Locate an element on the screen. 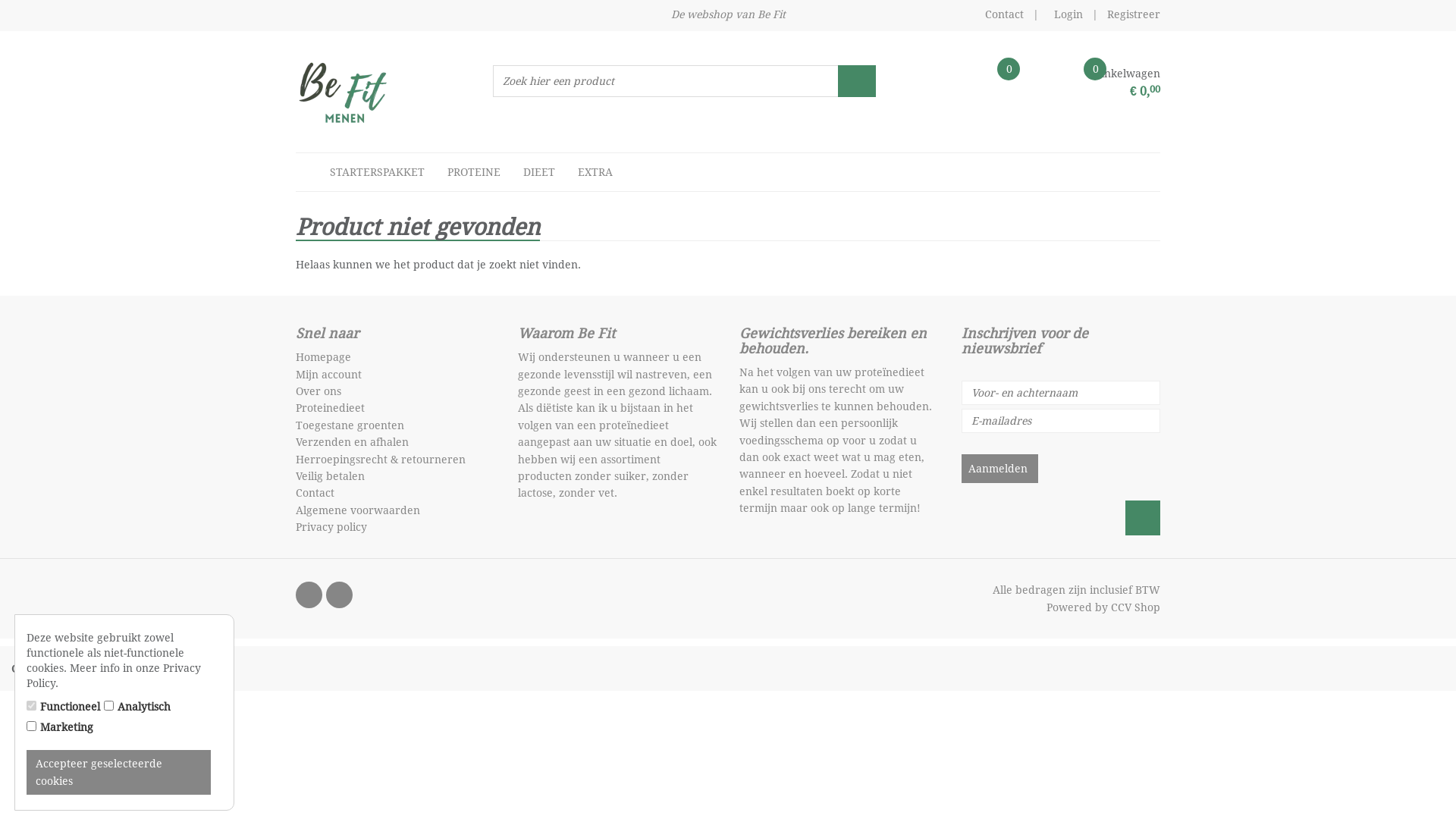 The width and height of the screenshot is (1456, 819). 'Verzenden en afhalen' is located at coordinates (351, 441).